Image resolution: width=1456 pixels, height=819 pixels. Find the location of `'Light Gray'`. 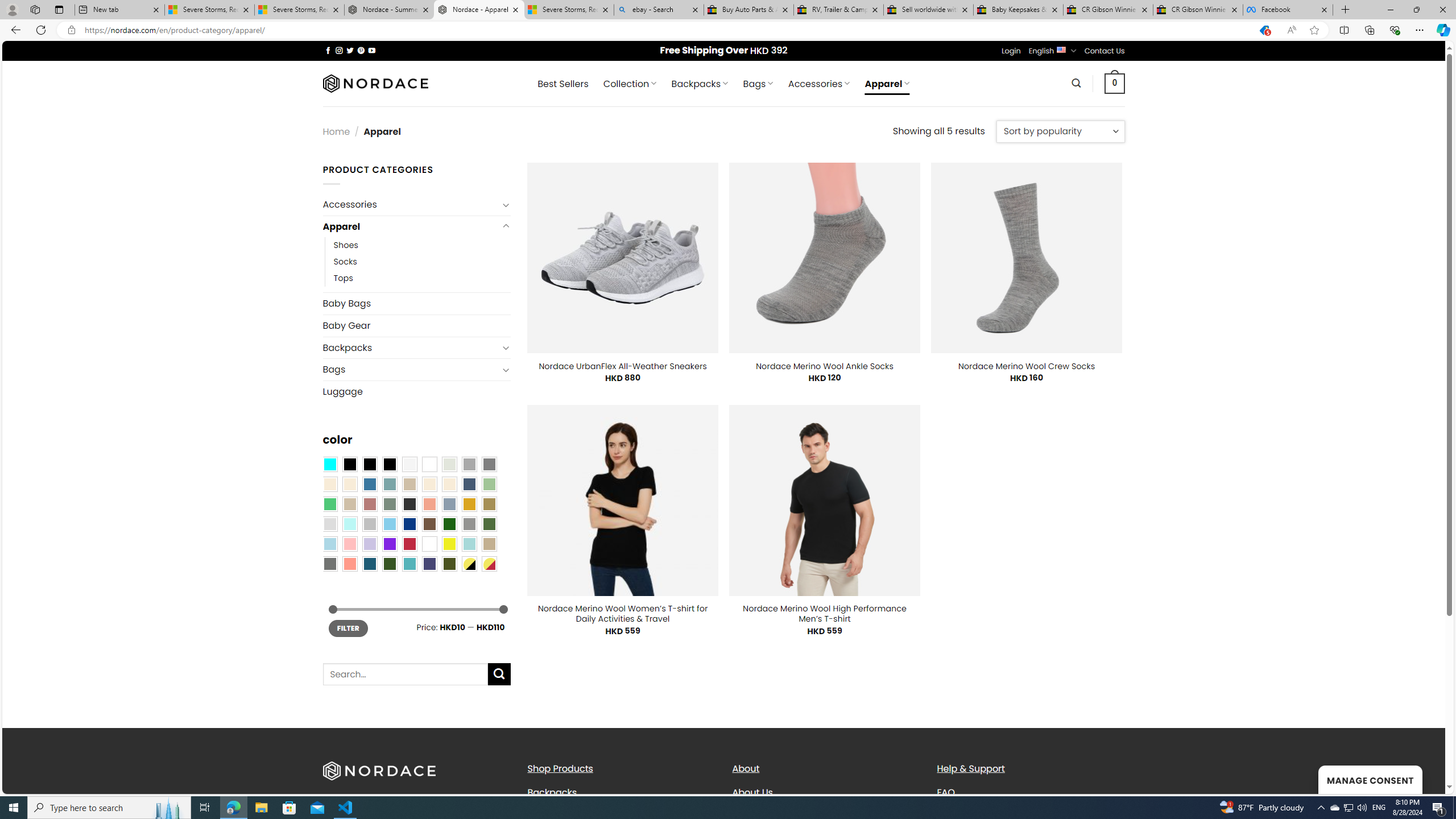

'Light Gray' is located at coordinates (329, 523).